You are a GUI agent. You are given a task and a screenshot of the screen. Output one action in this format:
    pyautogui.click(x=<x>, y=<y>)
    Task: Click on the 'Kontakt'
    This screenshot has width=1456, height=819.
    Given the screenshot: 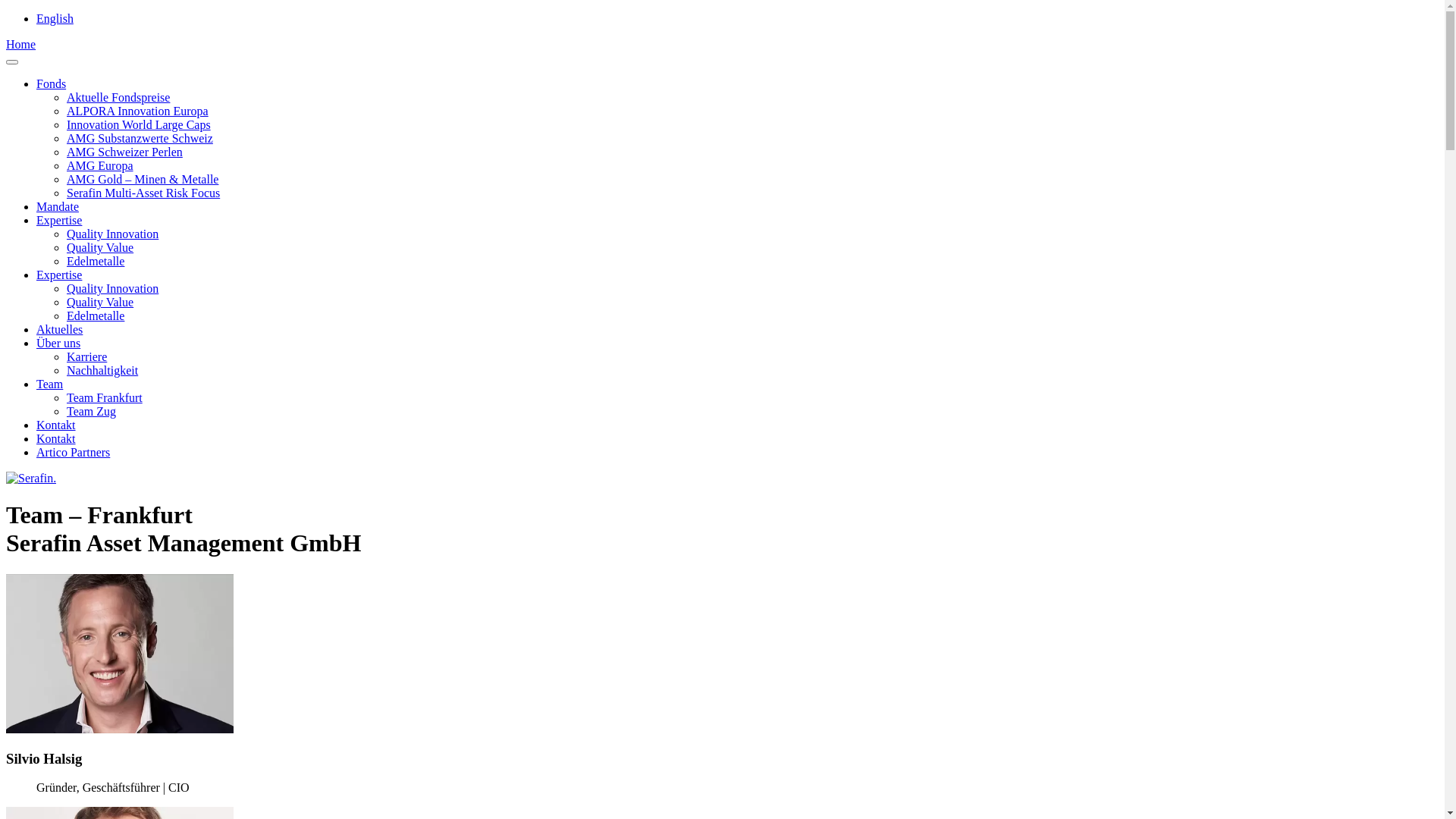 What is the action you would take?
    pyautogui.click(x=55, y=438)
    